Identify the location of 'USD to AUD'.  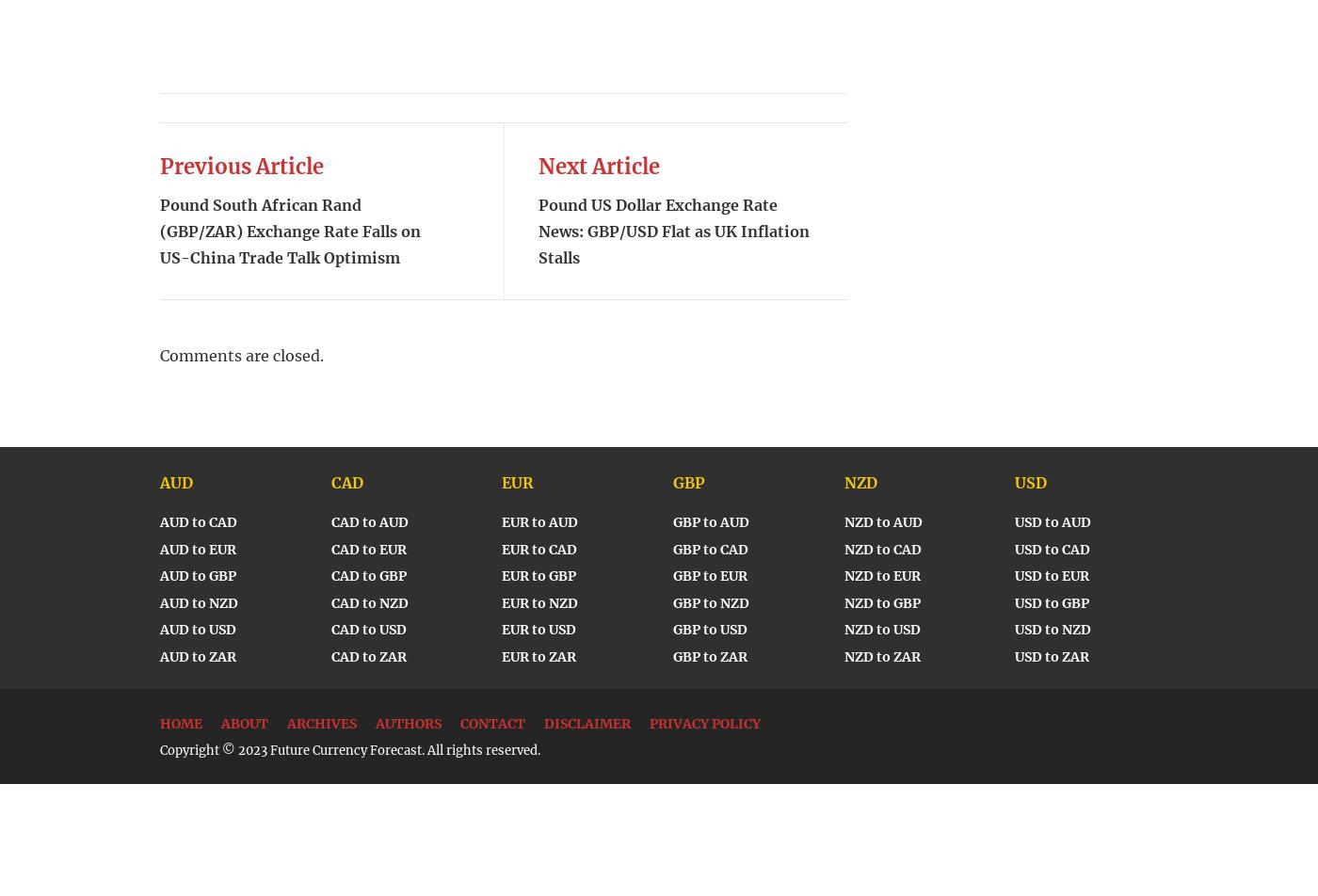
(1053, 522).